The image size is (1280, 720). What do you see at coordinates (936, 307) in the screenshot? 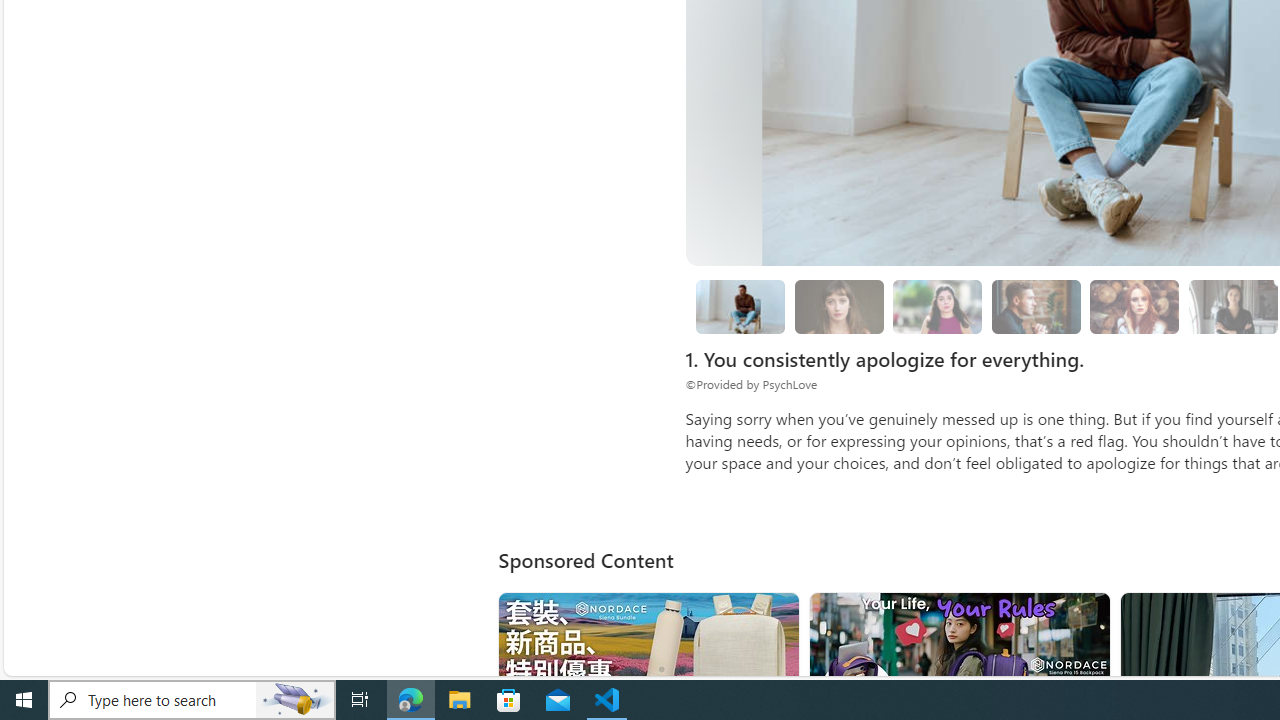
I see `'4. You can name and understand your feelings.'` at bounding box center [936, 307].